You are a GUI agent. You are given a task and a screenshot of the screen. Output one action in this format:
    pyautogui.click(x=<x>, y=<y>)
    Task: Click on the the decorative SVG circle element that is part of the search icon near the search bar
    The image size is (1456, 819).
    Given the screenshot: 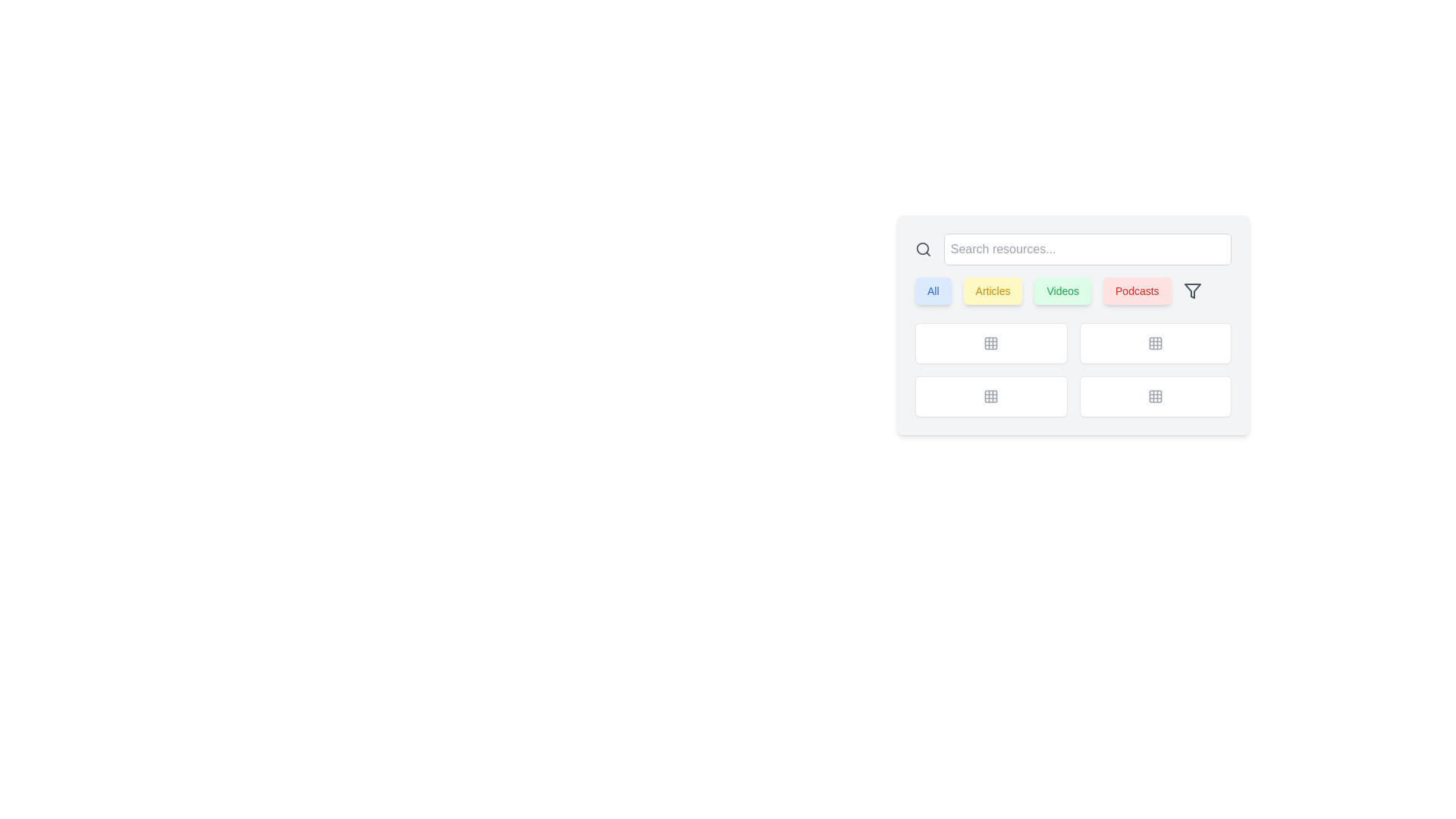 What is the action you would take?
    pyautogui.click(x=921, y=248)
    